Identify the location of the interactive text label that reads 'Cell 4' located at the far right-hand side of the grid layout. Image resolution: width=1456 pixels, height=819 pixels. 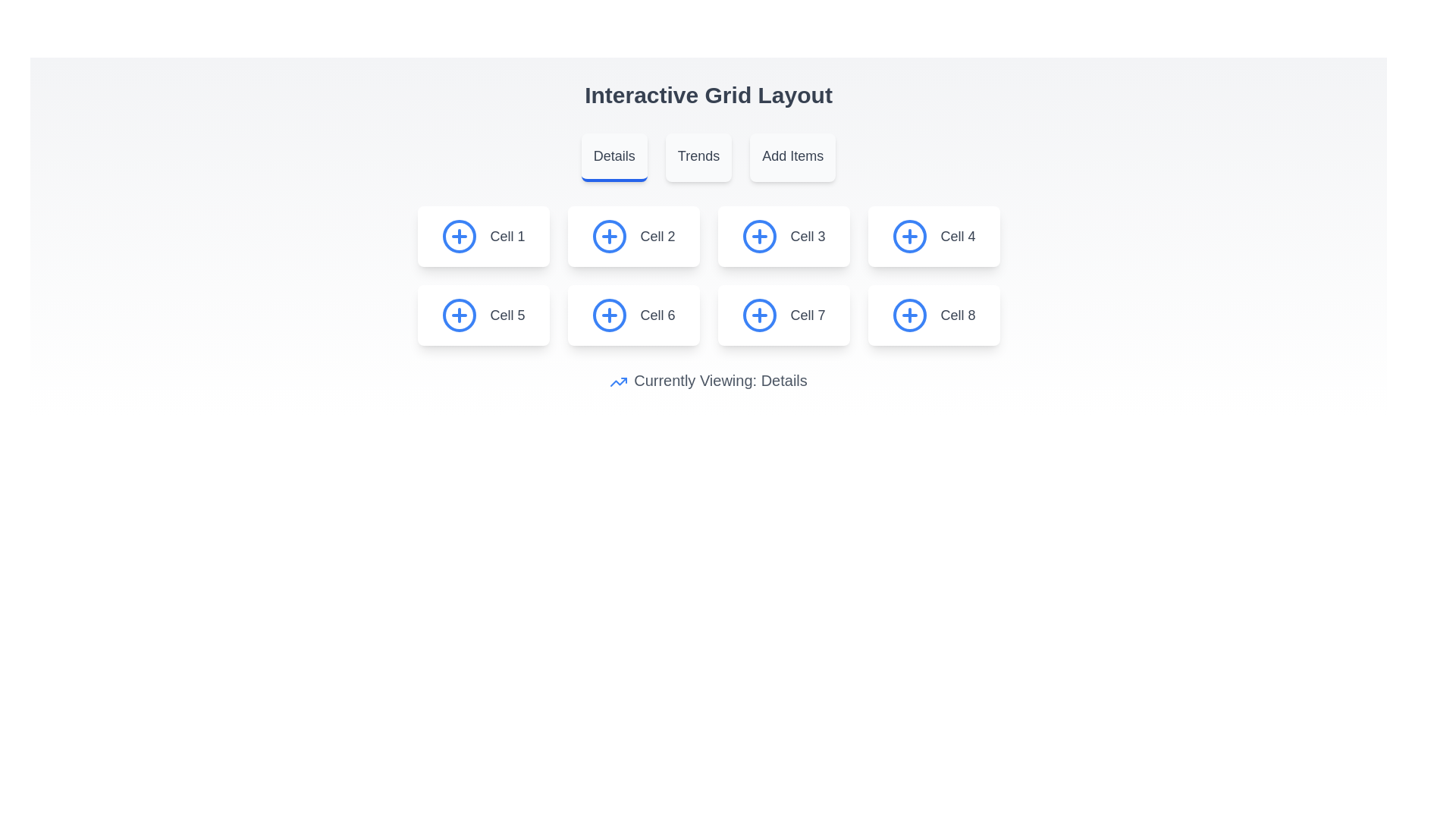
(957, 237).